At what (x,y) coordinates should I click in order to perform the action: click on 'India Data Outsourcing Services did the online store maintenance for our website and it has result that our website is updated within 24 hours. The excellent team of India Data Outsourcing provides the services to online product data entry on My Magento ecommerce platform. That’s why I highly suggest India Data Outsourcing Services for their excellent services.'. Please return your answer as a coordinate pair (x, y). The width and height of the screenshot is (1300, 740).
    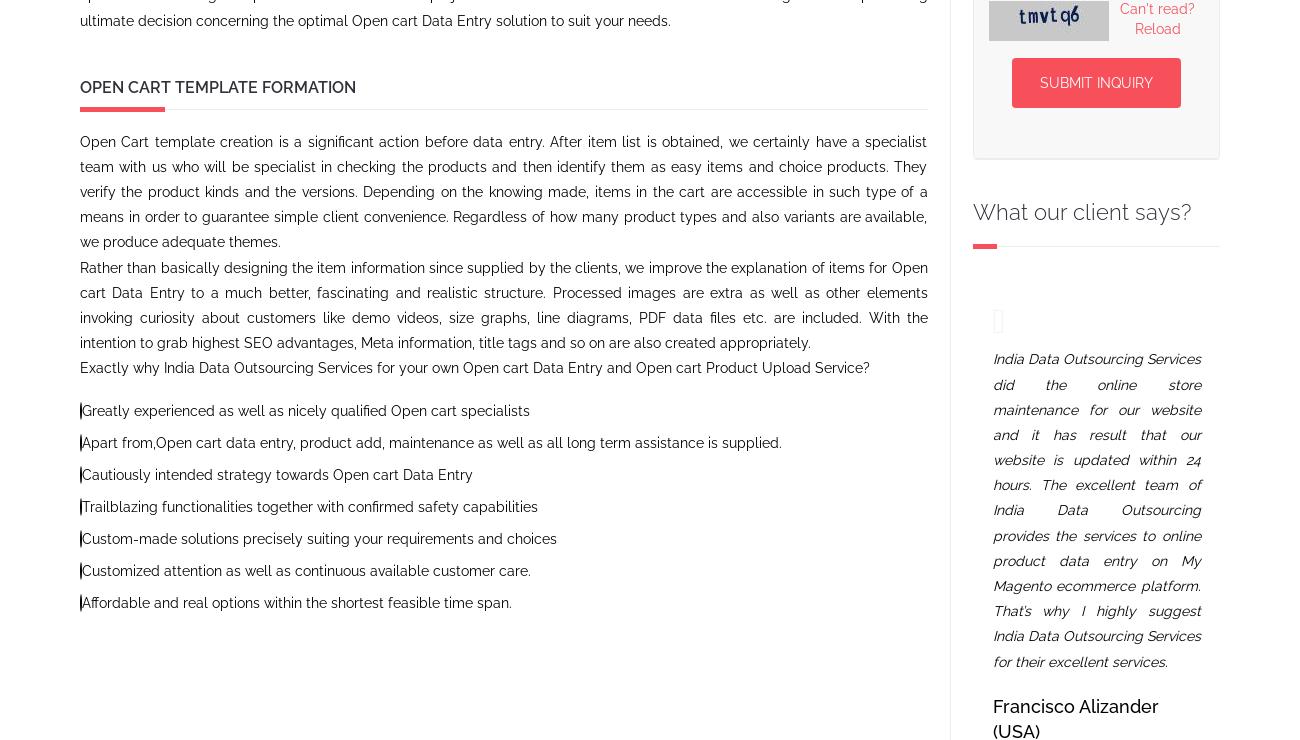
    Looking at the image, I should click on (991, 509).